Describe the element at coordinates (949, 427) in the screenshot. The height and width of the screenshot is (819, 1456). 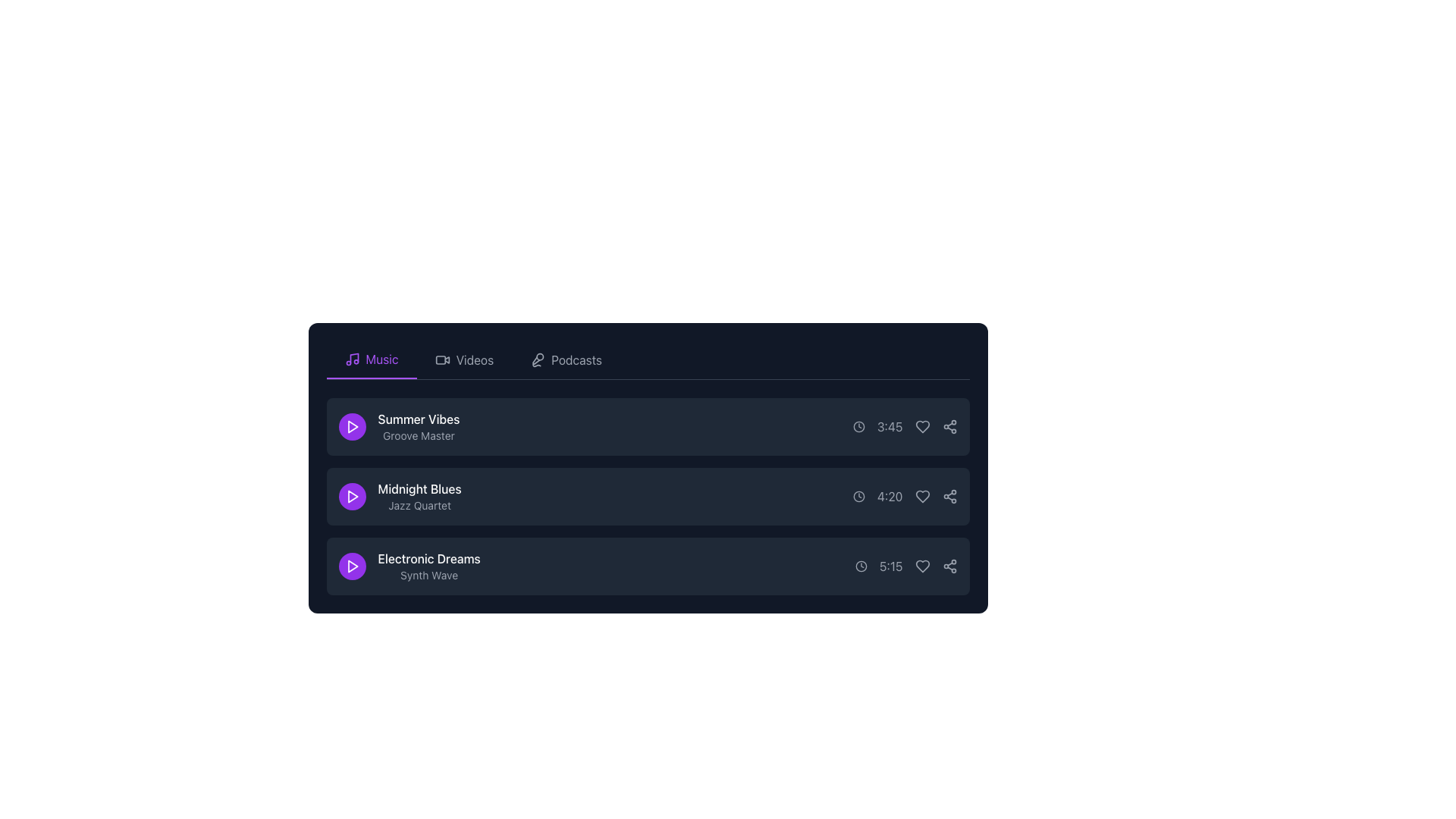
I see `the interactive share icon located at the rightmost side of the 'Summer Vibes' row to share the content` at that location.